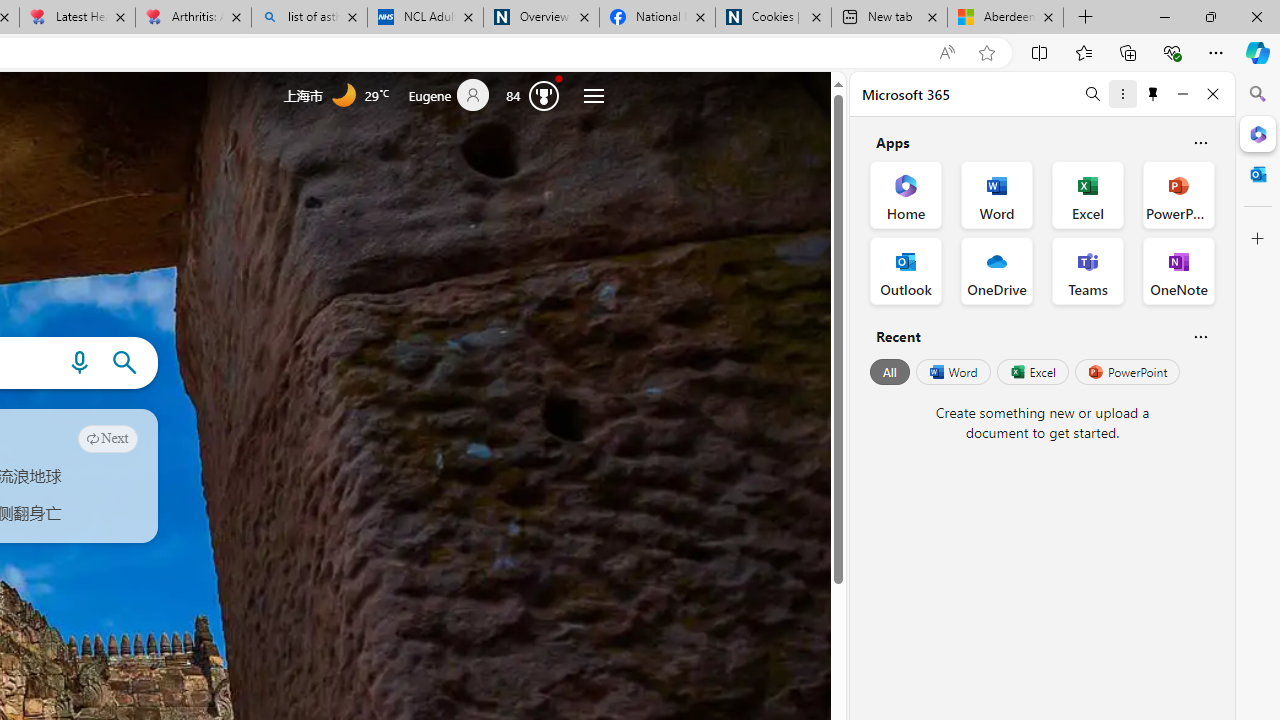 The width and height of the screenshot is (1280, 720). What do you see at coordinates (997, 271) in the screenshot?
I see `'OneDrive Office App'` at bounding box center [997, 271].